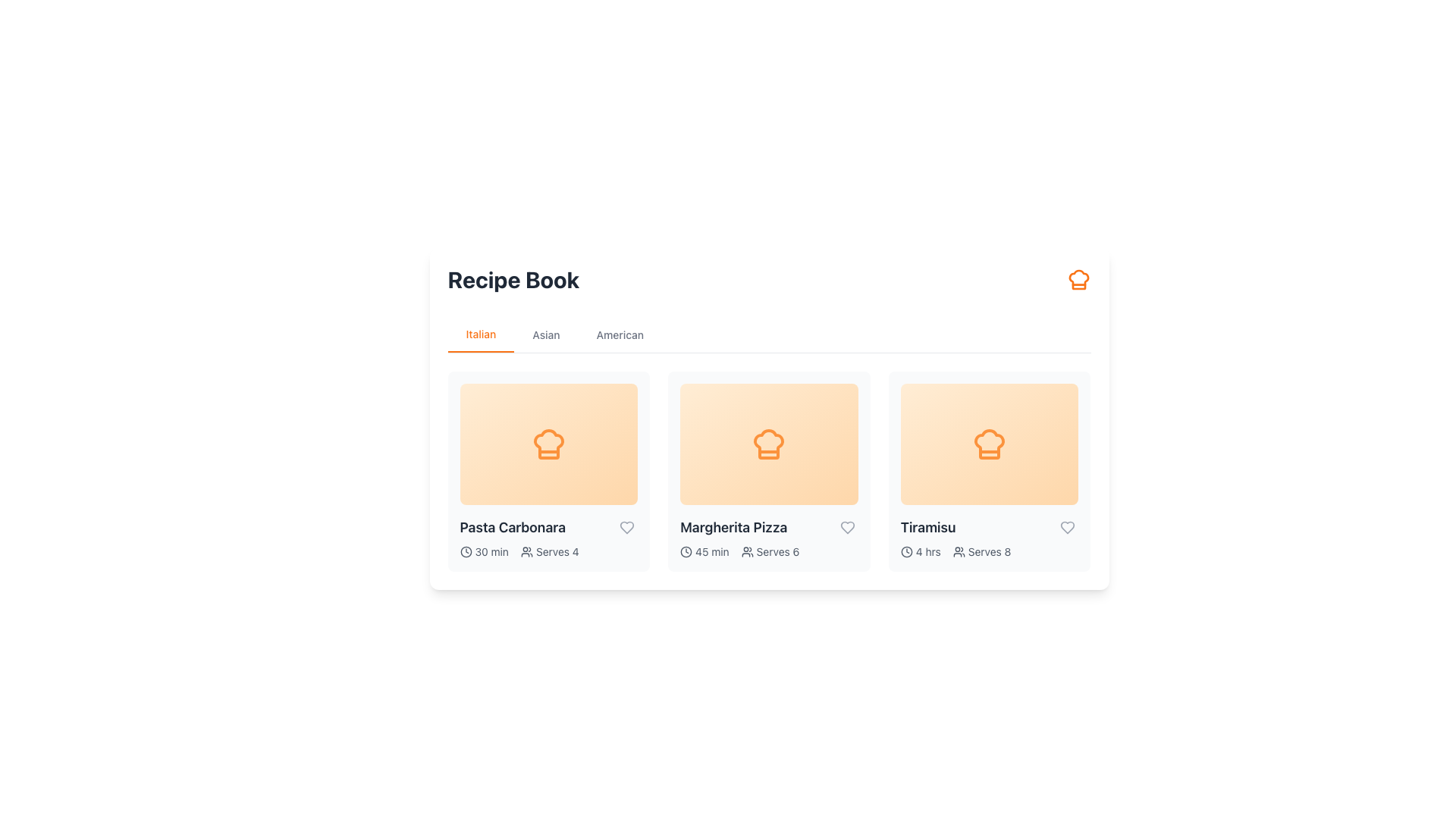 This screenshot has width=1456, height=819. What do you see at coordinates (548, 444) in the screenshot?
I see `the decorative vector graphic resembling a chef's hat on the recipe card for 'Pasta Carbonara', which is outlined in orange and located at the top center of the card` at bounding box center [548, 444].